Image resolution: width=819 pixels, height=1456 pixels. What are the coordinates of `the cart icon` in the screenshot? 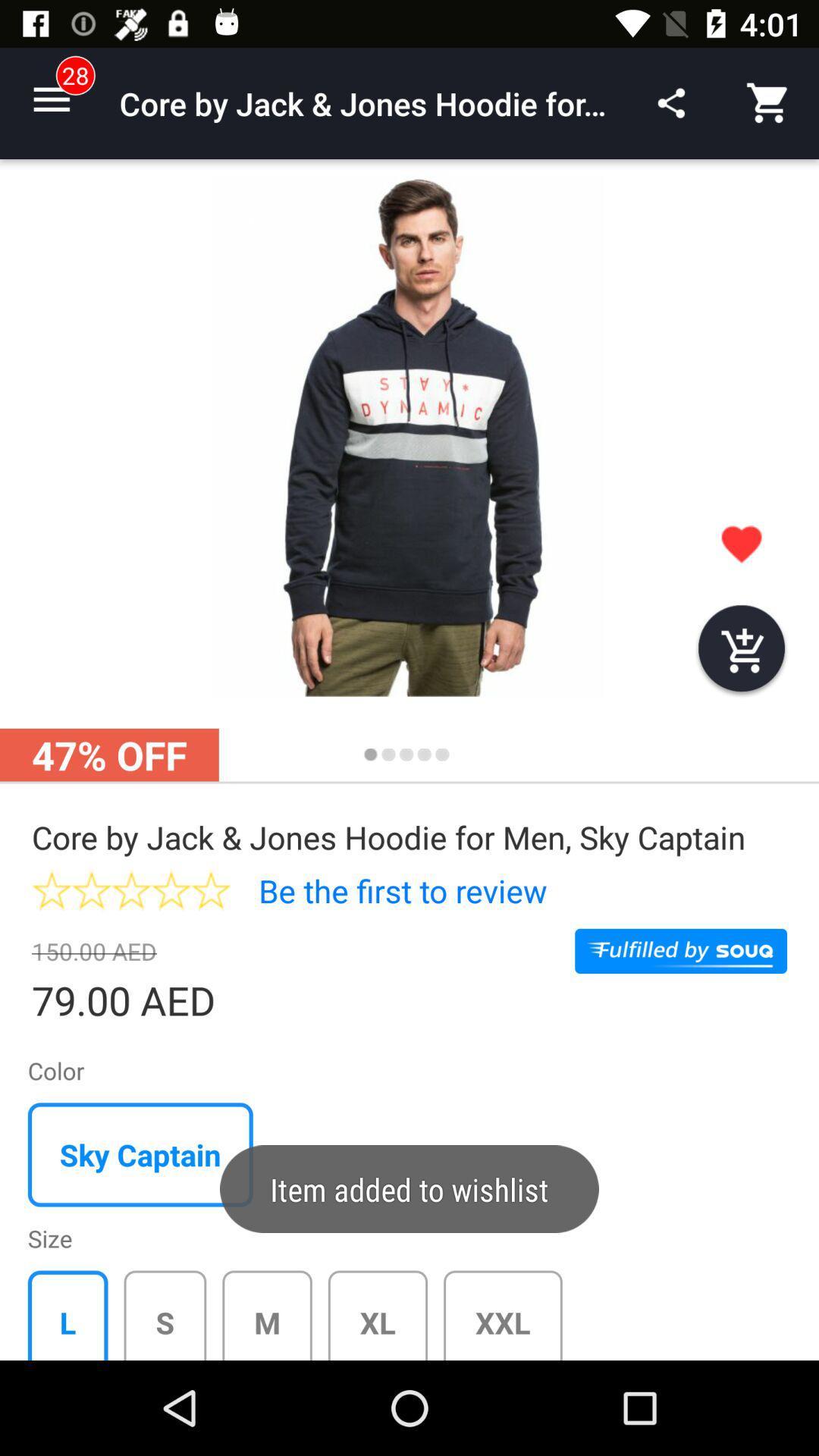 It's located at (741, 651).